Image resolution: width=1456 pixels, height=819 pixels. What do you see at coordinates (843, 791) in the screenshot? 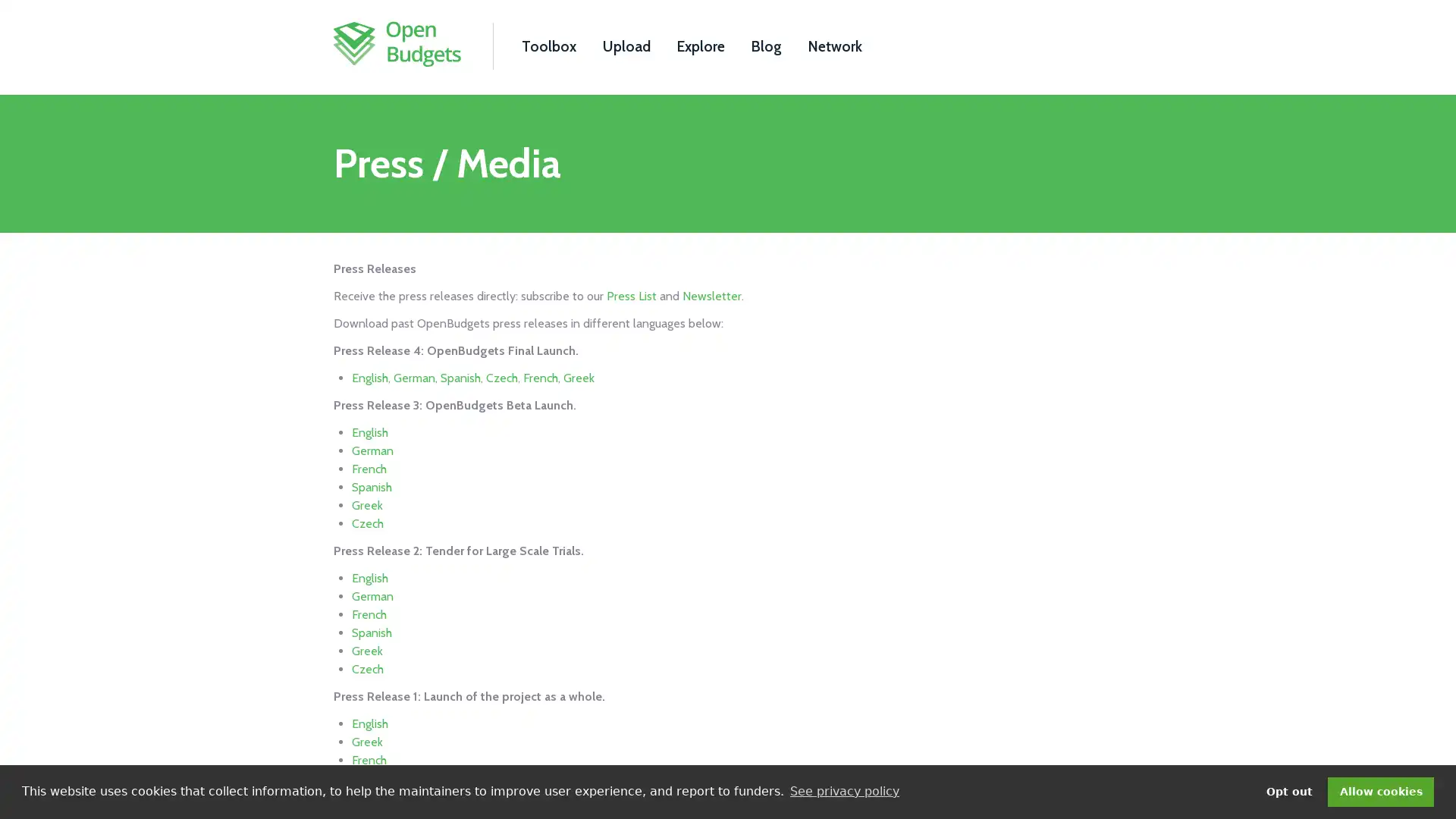
I see `learn more about cookies` at bounding box center [843, 791].